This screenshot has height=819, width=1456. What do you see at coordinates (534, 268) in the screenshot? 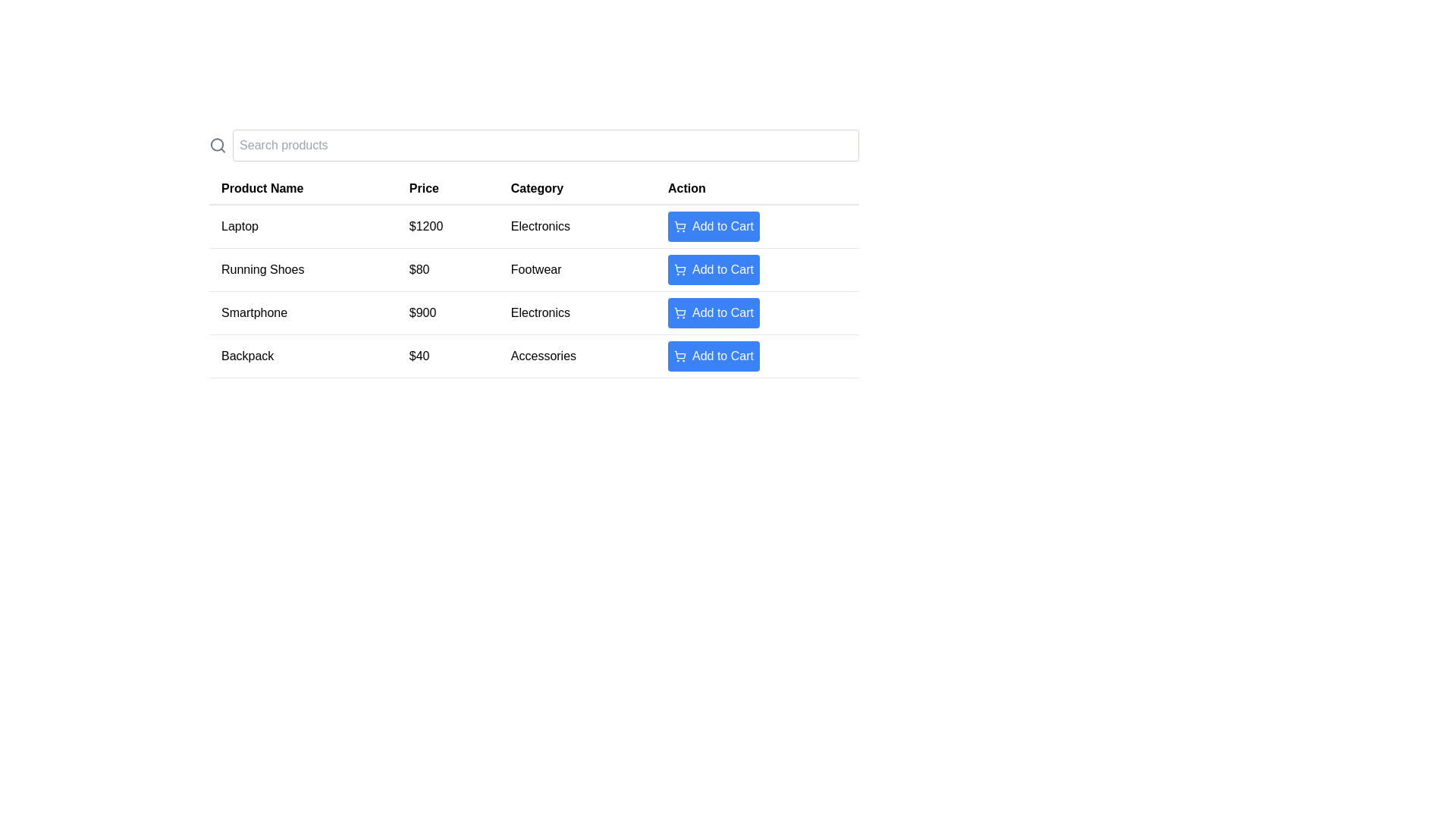
I see `product details from the second row of the table that displays information about the product, including its name, price, category, and the 'Add to Cart' button` at bounding box center [534, 268].